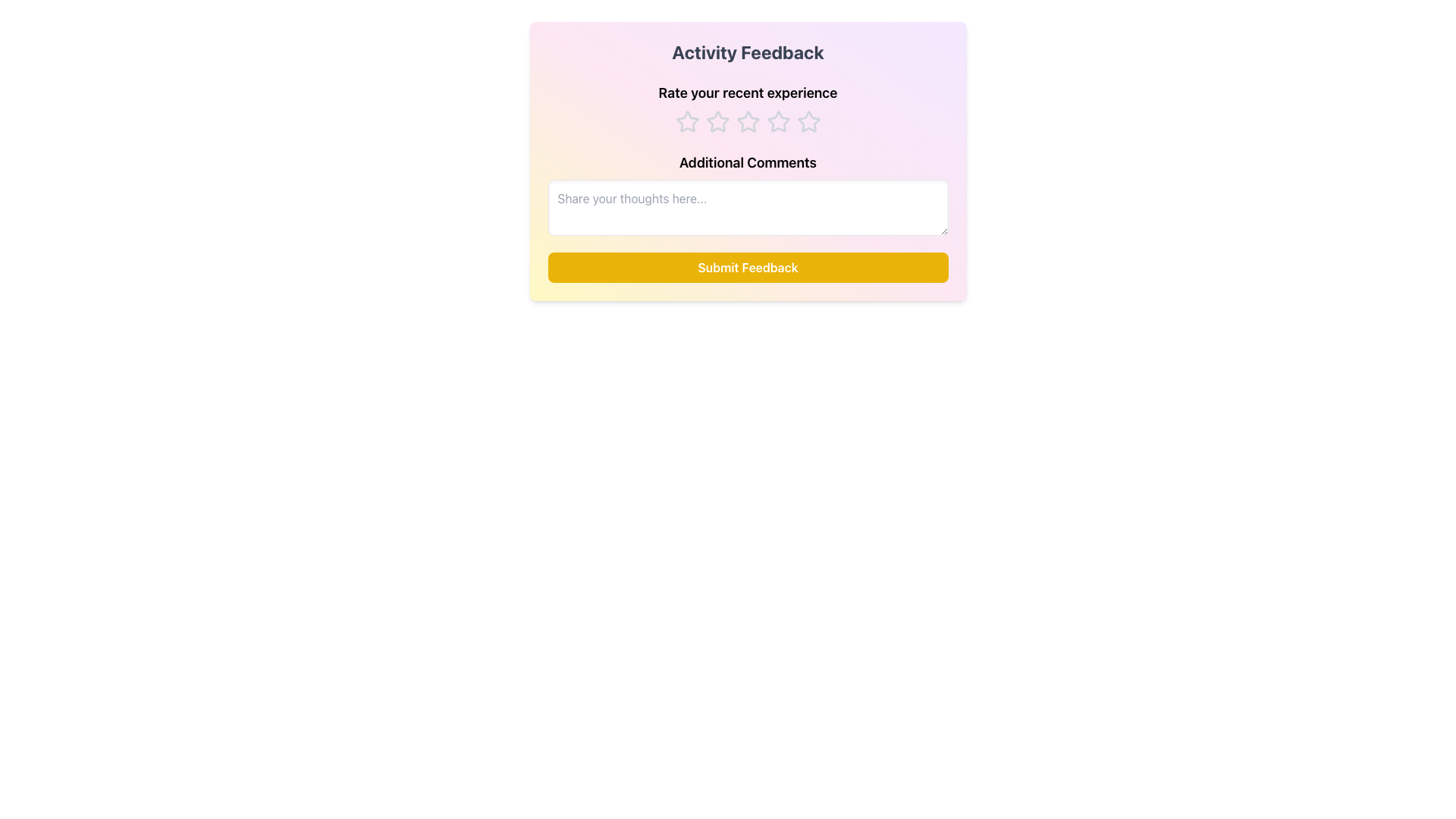 The width and height of the screenshot is (1456, 819). What do you see at coordinates (686, 120) in the screenshot?
I see `the first star-shaped icon in the rating section of the feedback form` at bounding box center [686, 120].